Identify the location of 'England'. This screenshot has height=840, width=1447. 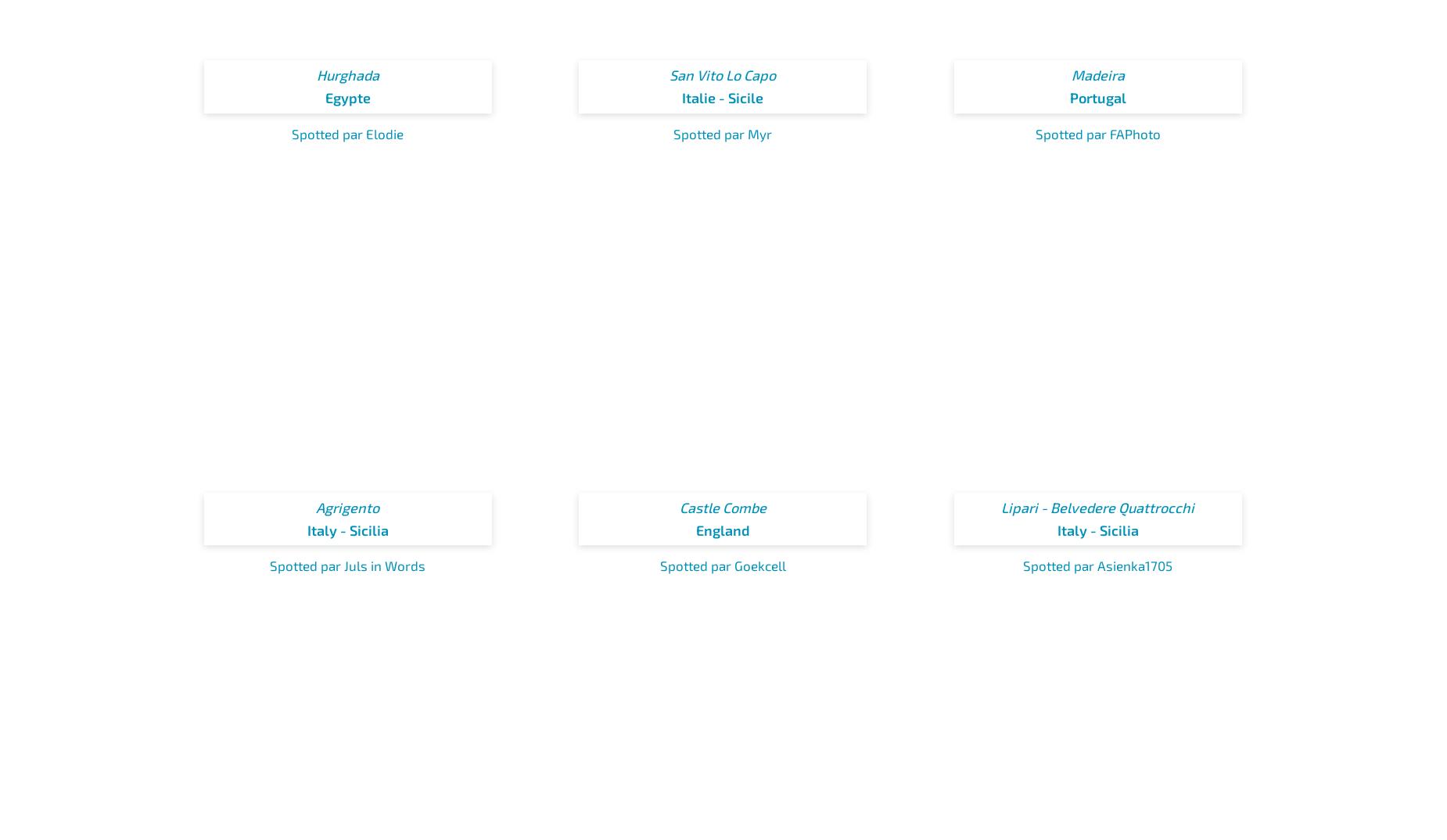
(722, 529).